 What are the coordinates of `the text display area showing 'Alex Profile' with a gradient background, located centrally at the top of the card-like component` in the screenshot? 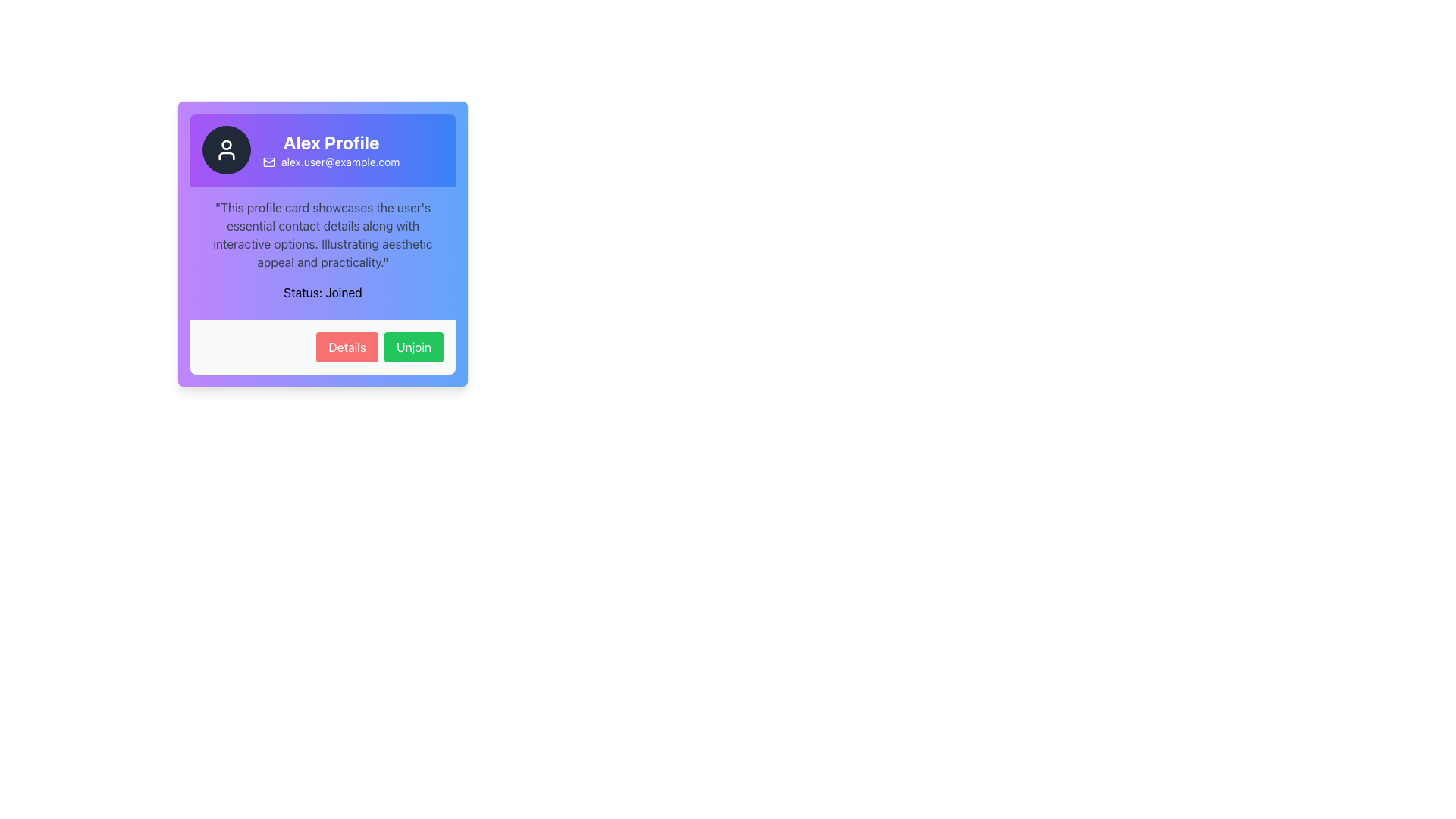 It's located at (331, 149).